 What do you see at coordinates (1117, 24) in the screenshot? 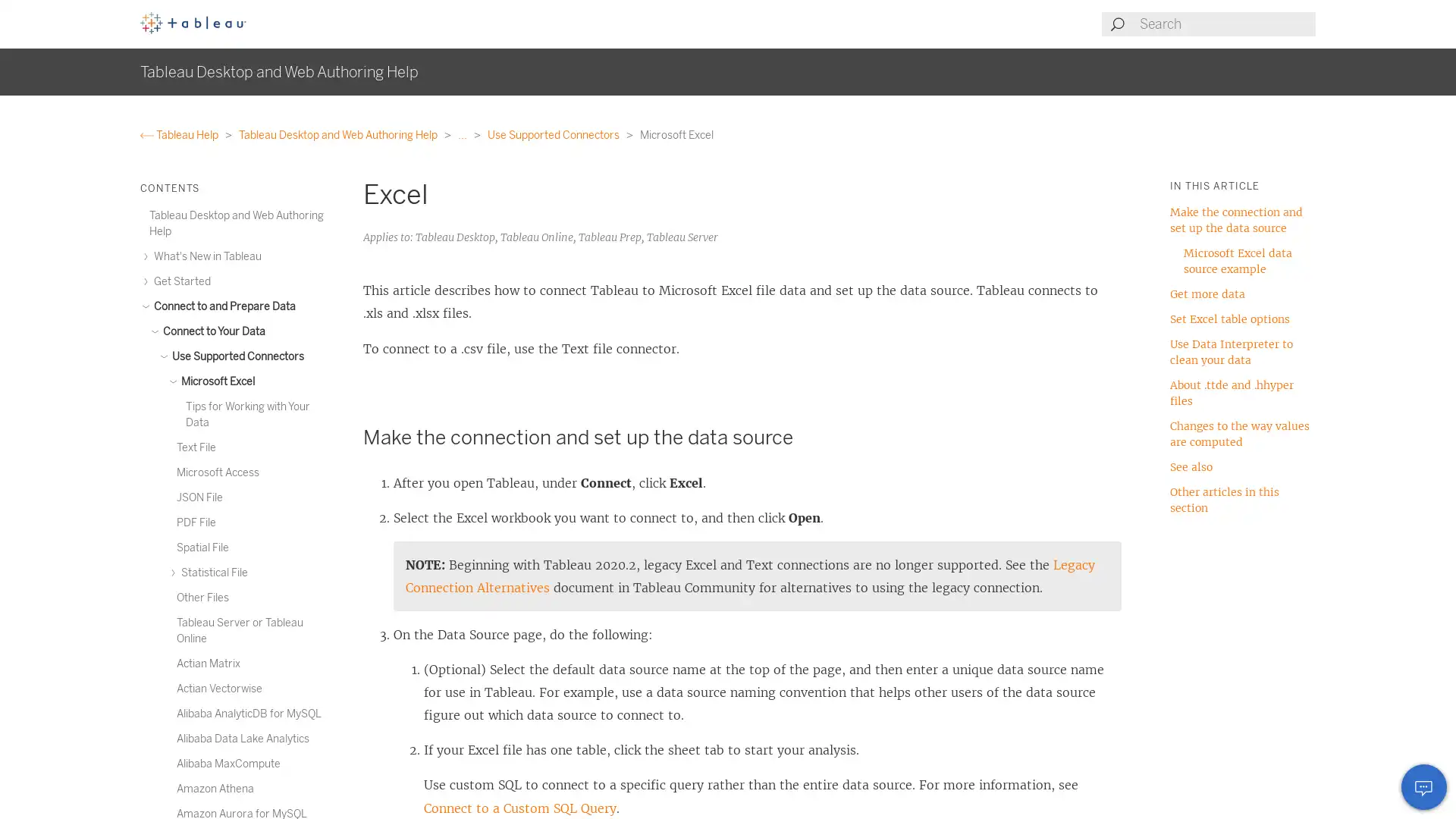
I see `Open search` at bounding box center [1117, 24].